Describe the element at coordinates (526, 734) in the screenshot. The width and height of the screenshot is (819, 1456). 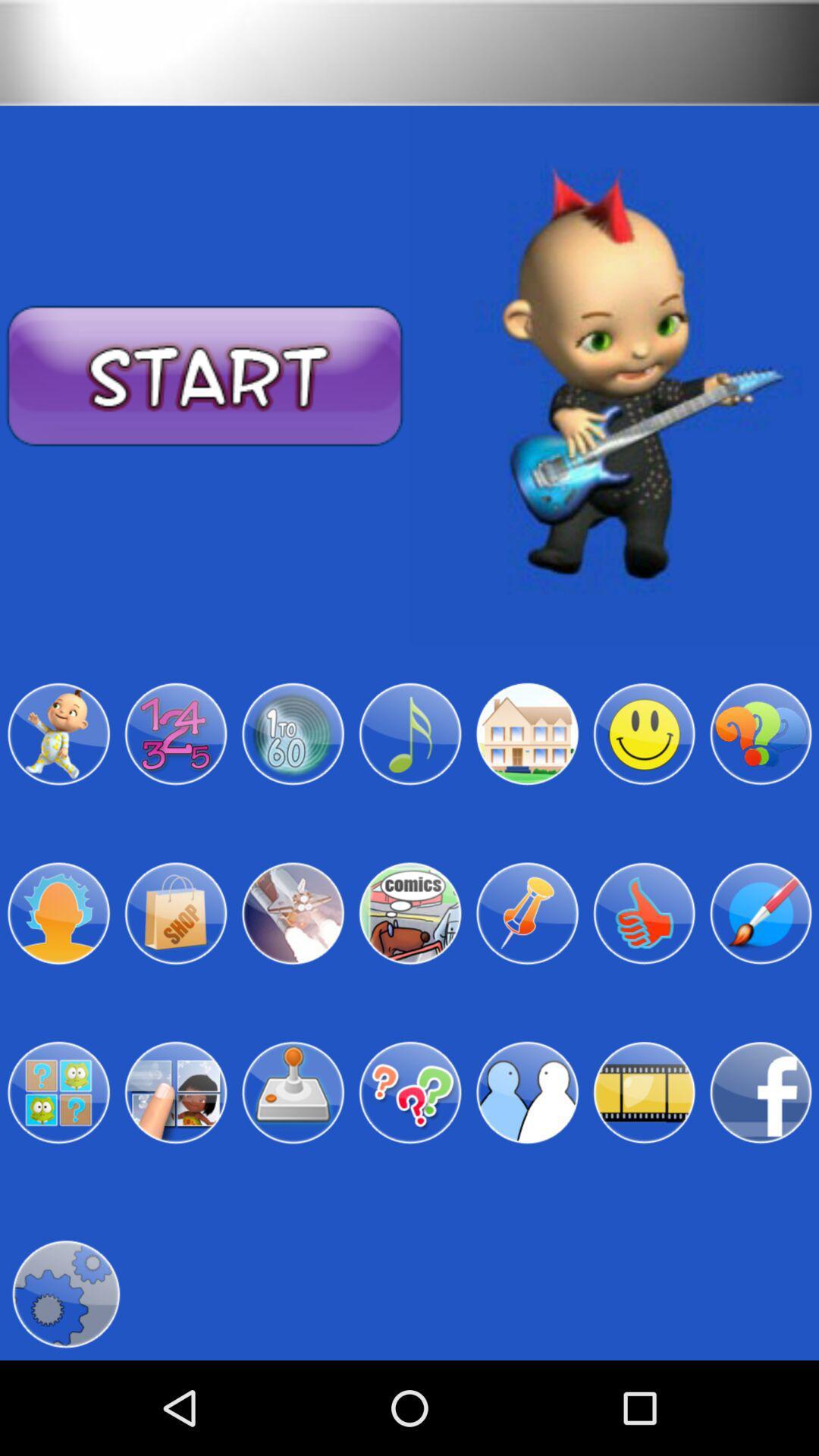
I see `choose the game` at that location.